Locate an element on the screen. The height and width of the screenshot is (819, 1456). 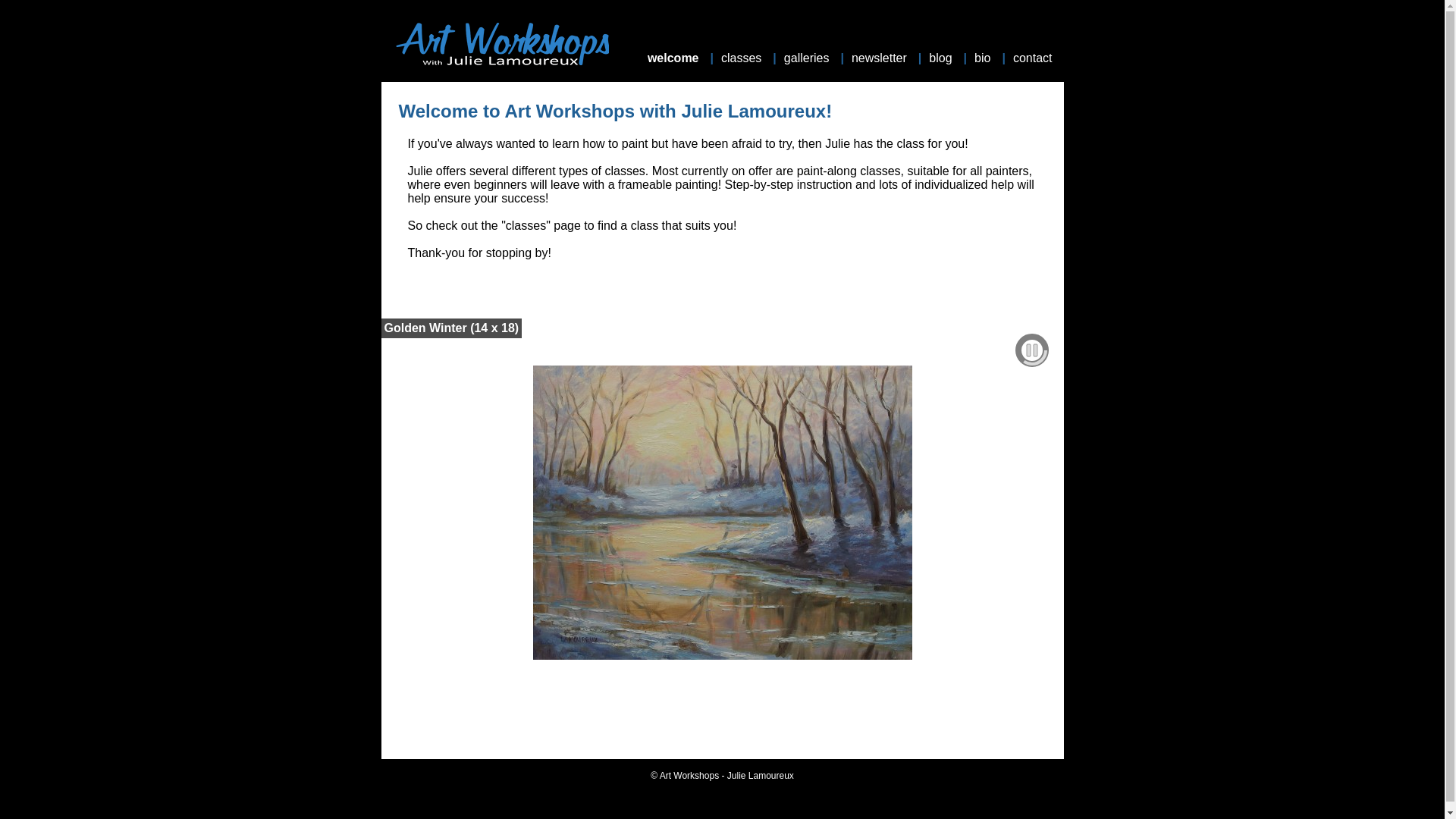
'classes' is located at coordinates (720, 58).